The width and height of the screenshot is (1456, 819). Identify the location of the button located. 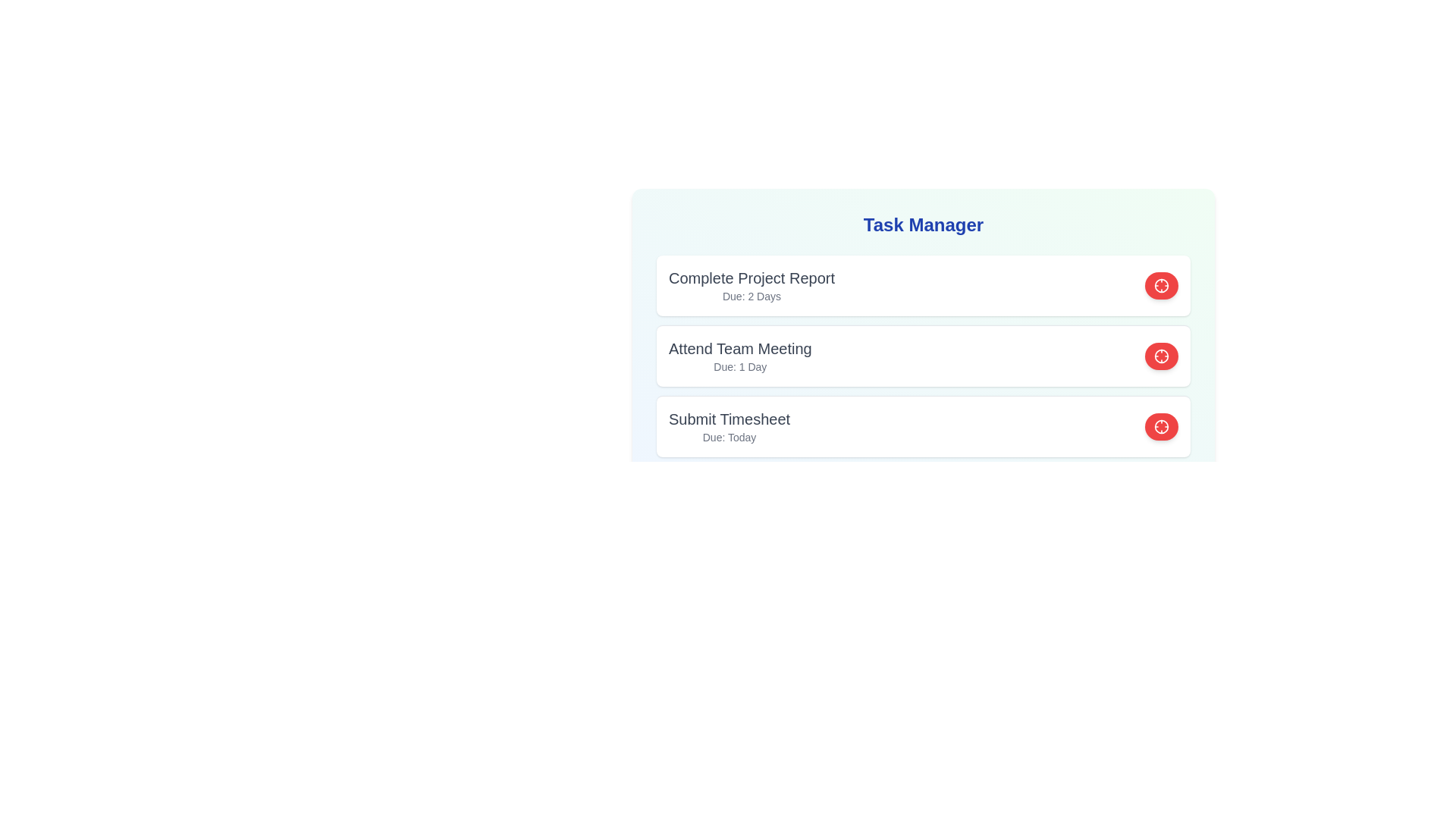
(1160, 286).